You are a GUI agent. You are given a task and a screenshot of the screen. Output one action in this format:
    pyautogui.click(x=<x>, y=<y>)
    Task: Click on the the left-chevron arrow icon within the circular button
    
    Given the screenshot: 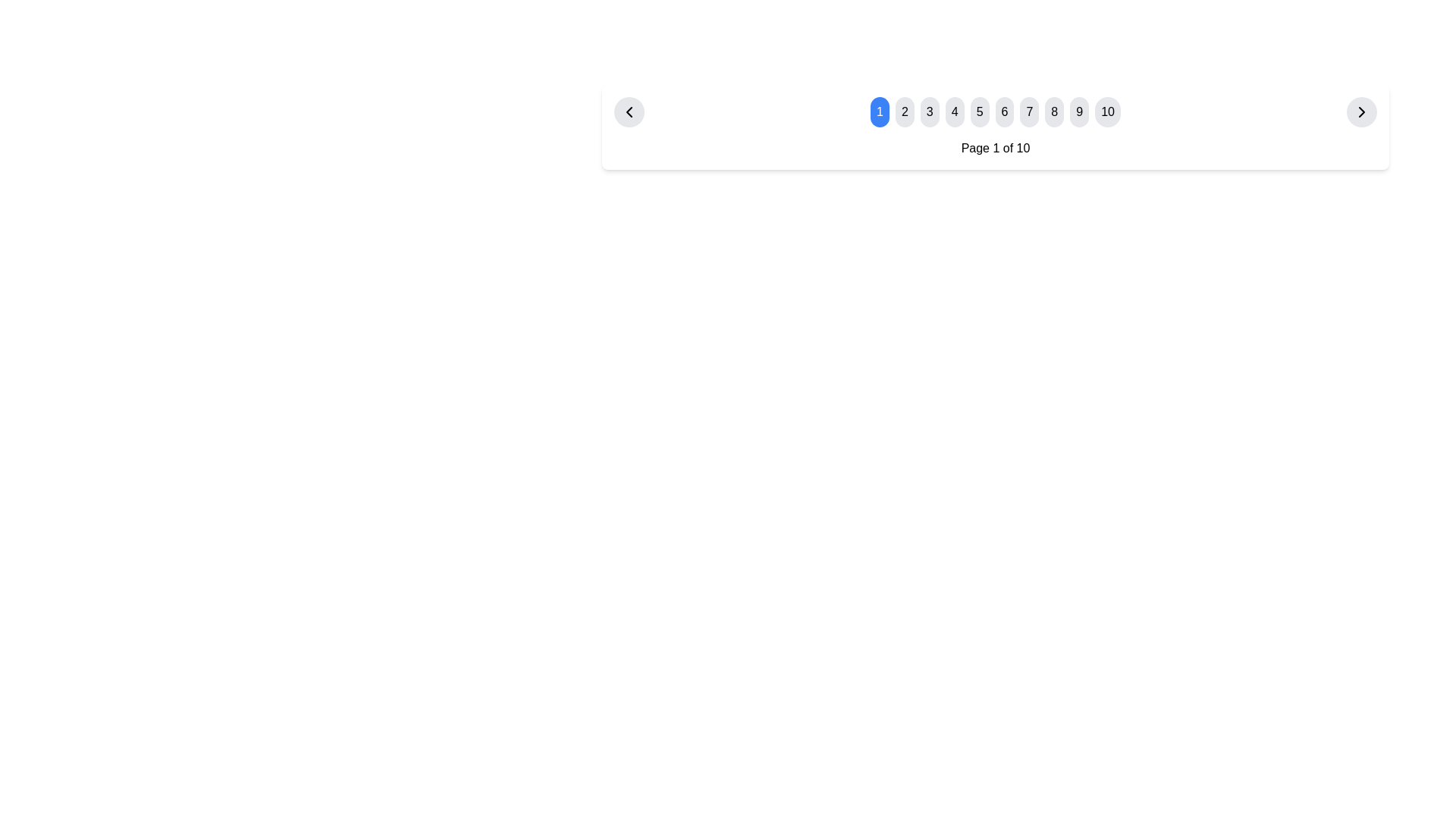 What is the action you would take?
    pyautogui.click(x=629, y=111)
    